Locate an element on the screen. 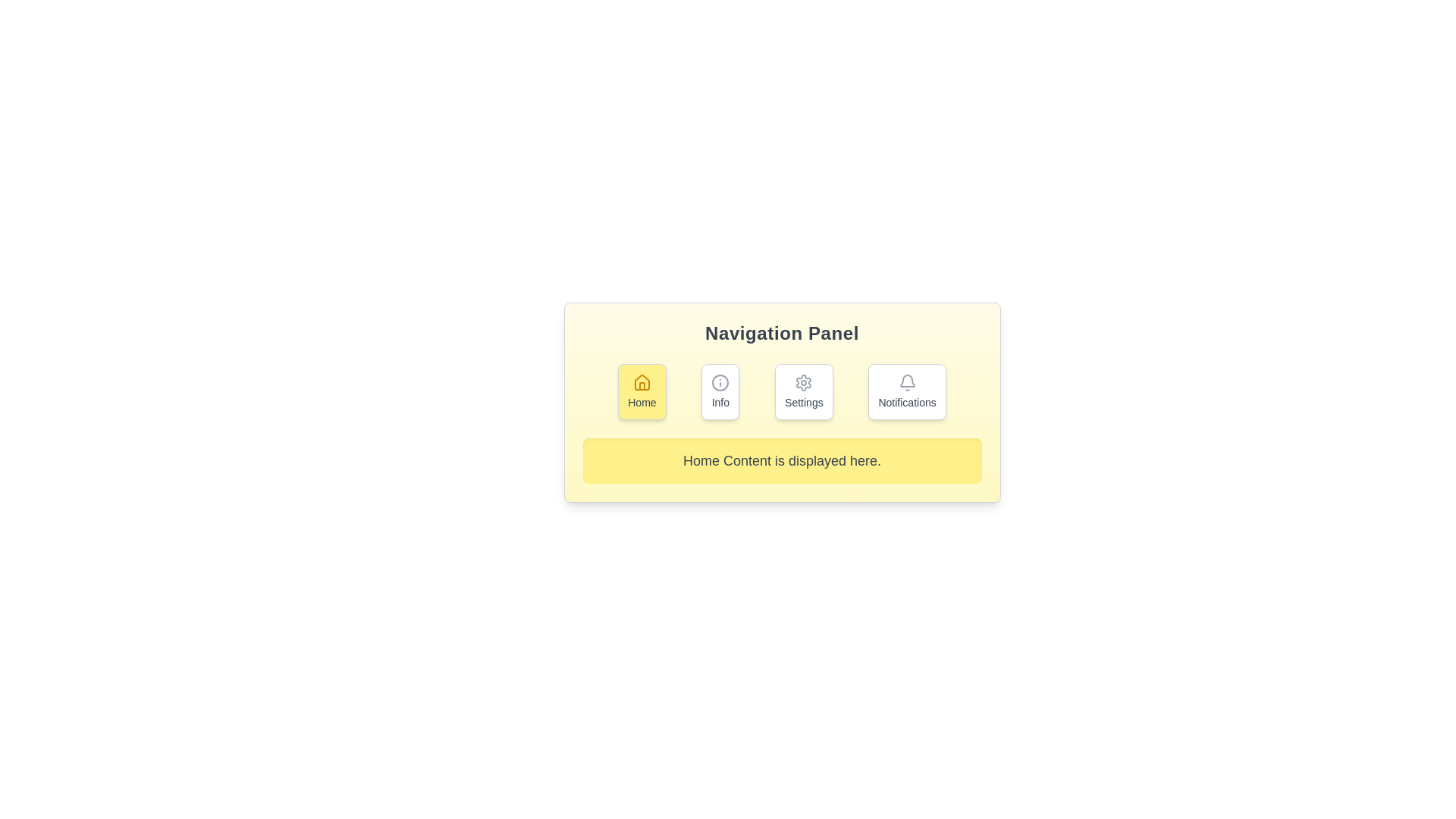 Image resolution: width=1456 pixels, height=819 pixels. the 'Home' text label, which is displayed in gray, styled with a clean sans-serif font, located below a house-shaped icon inside a yellow card with rounded corners is located at coordinates (642, 402).